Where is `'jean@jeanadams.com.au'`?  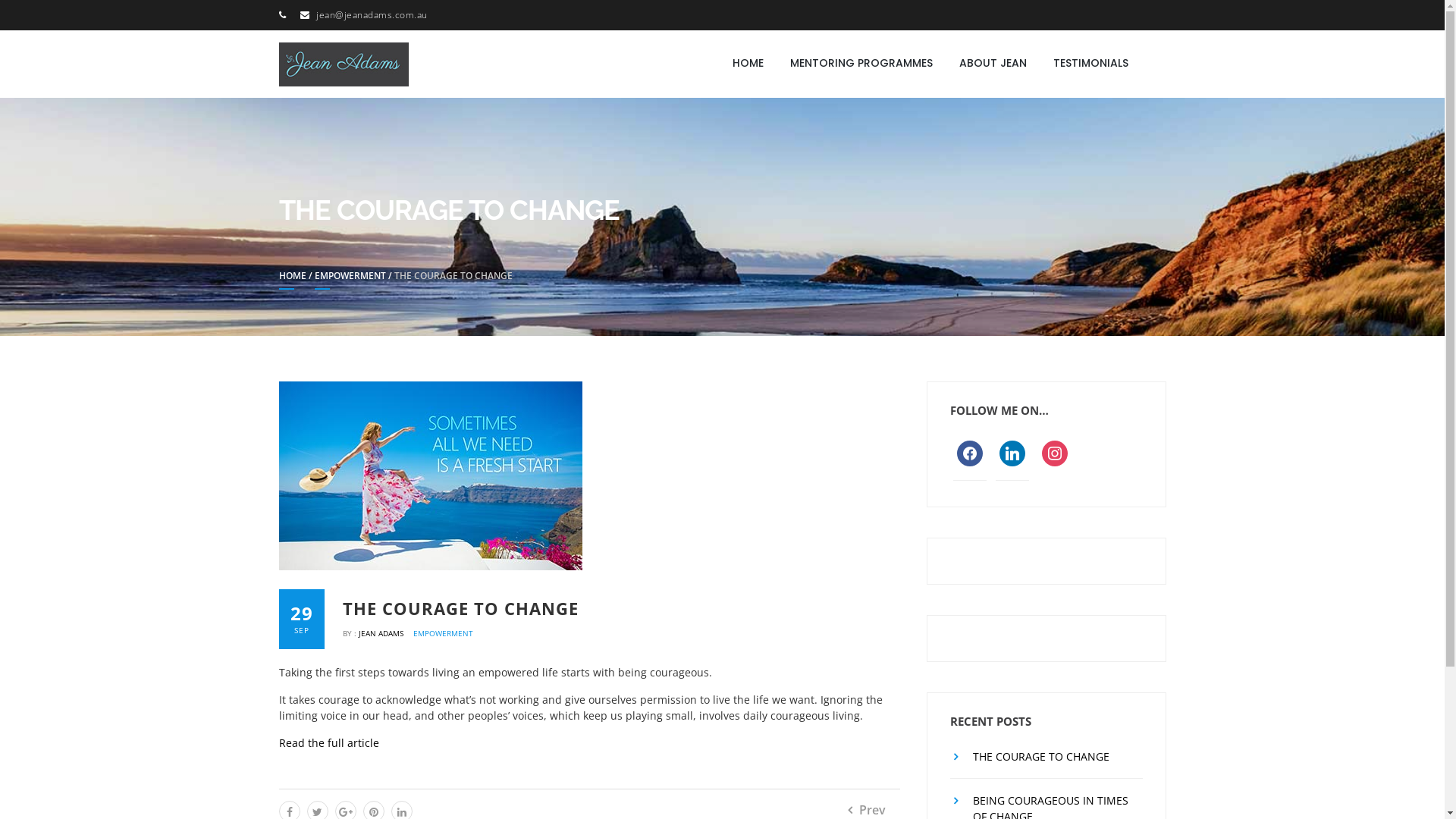
'jean@jeanadams.com.au' is located at coordinates (372, 14).